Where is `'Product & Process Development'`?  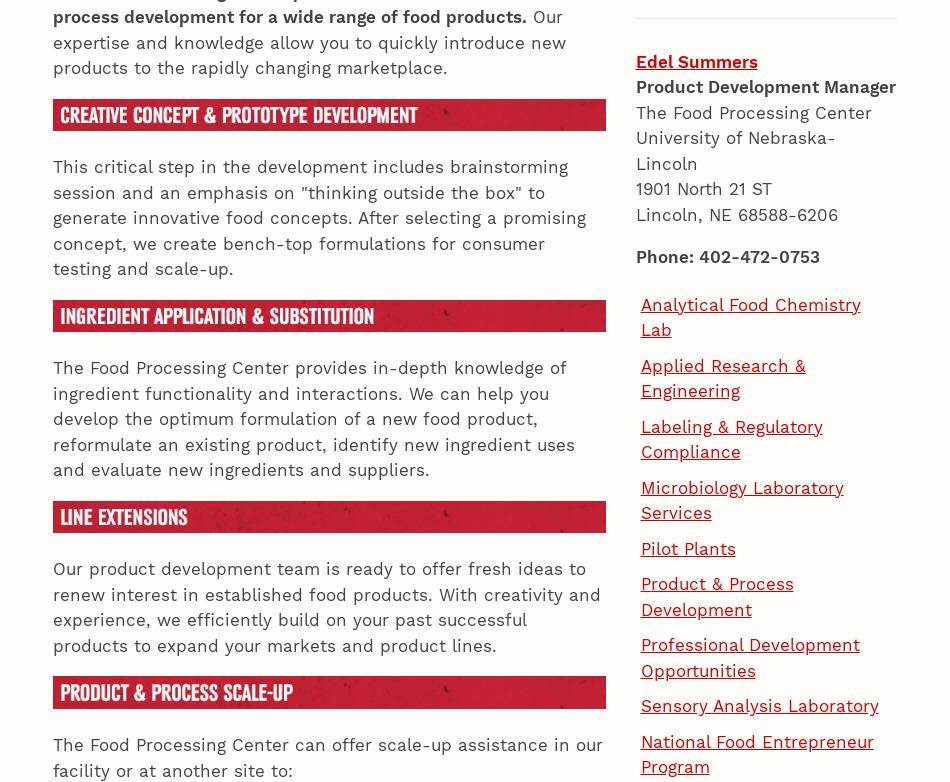 'Product & Process Development' is located at coordinates (640, 280).